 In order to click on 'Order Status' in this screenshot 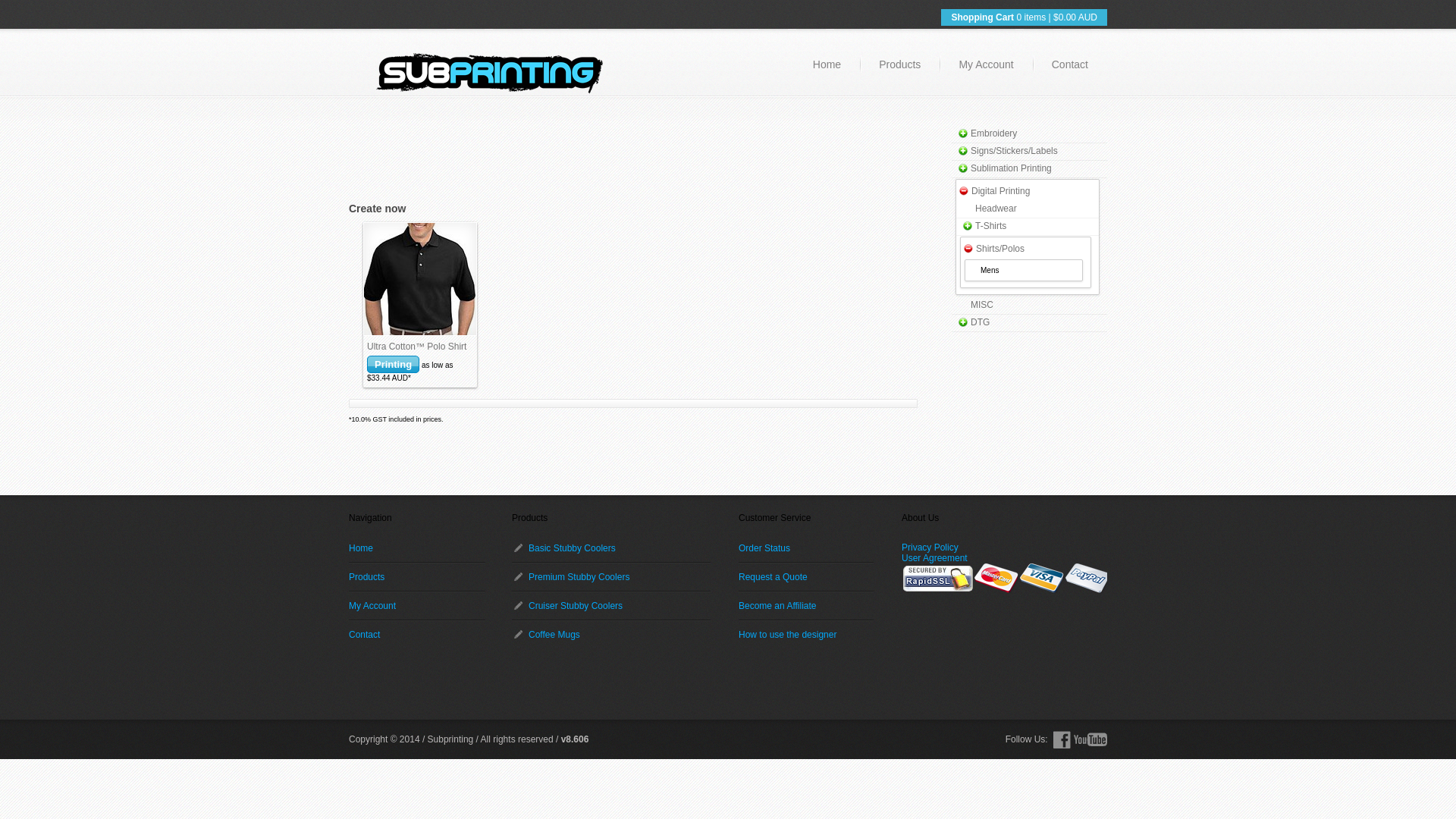, I will do `click(805, 548)`.